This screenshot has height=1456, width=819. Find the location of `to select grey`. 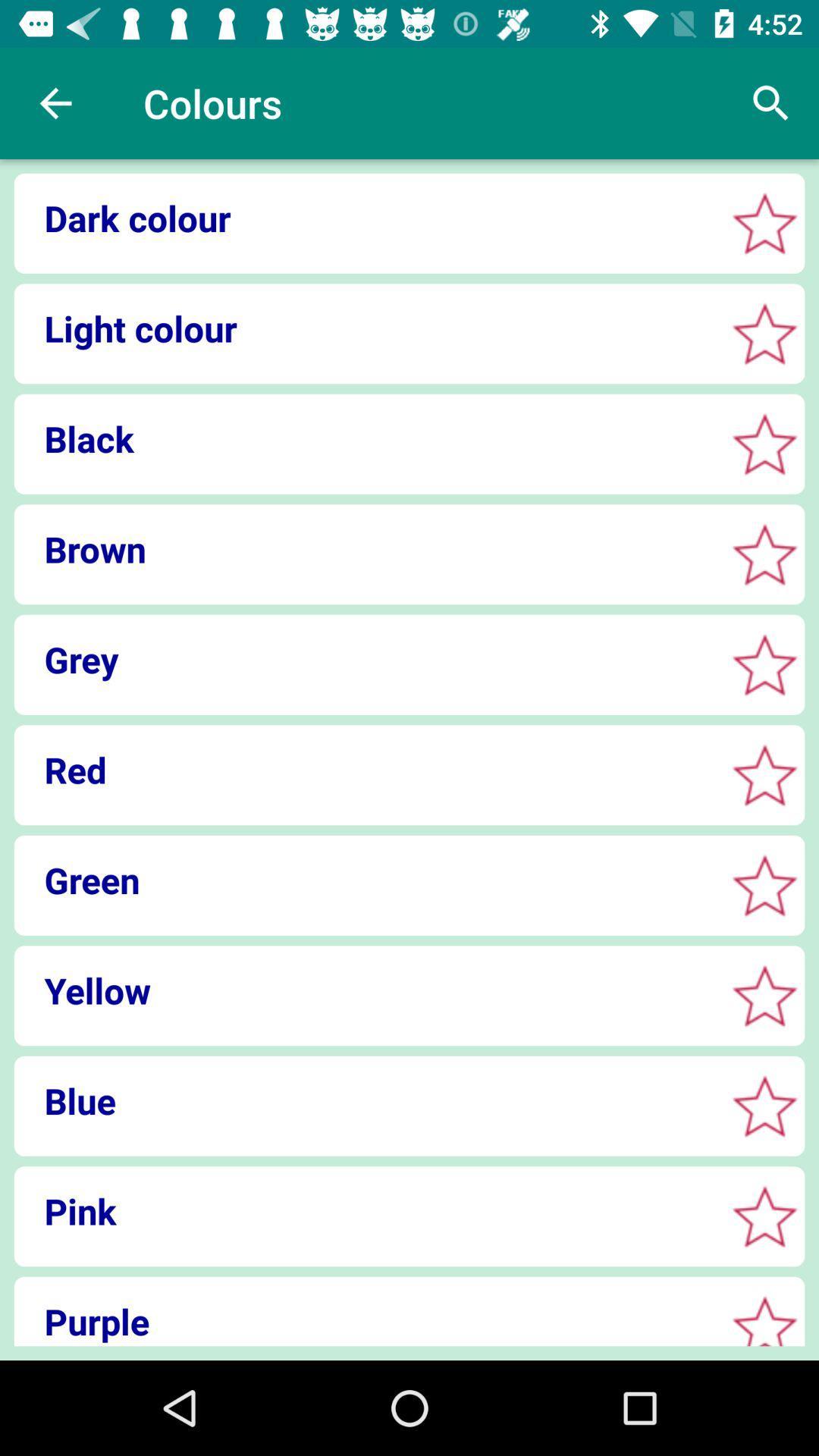

to select grey is located at coordinates (764, 664).